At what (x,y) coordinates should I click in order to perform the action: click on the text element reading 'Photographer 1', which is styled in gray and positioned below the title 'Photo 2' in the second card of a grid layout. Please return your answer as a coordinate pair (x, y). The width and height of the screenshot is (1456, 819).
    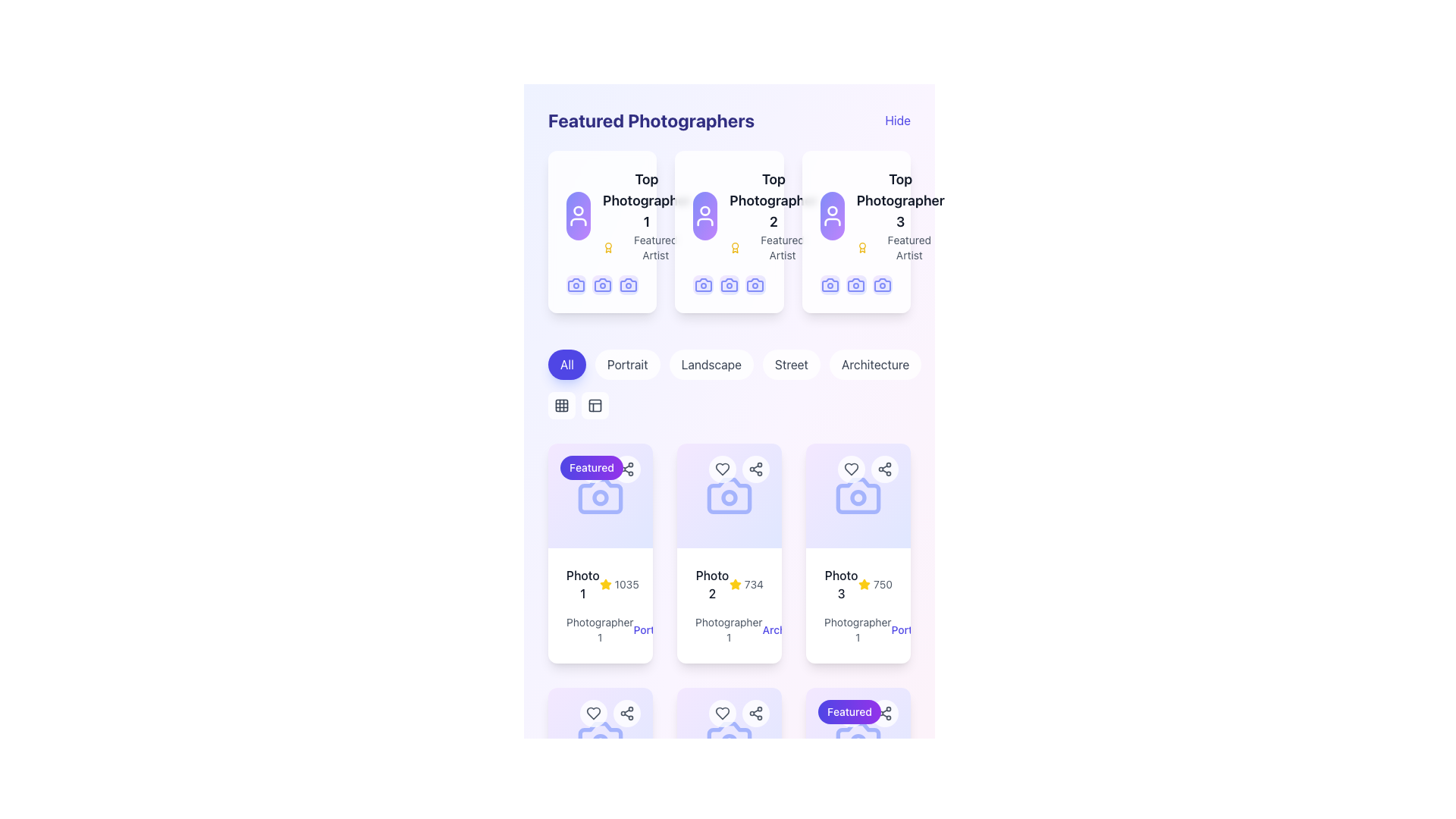
    Looking at the image, I should click on (729, 630).